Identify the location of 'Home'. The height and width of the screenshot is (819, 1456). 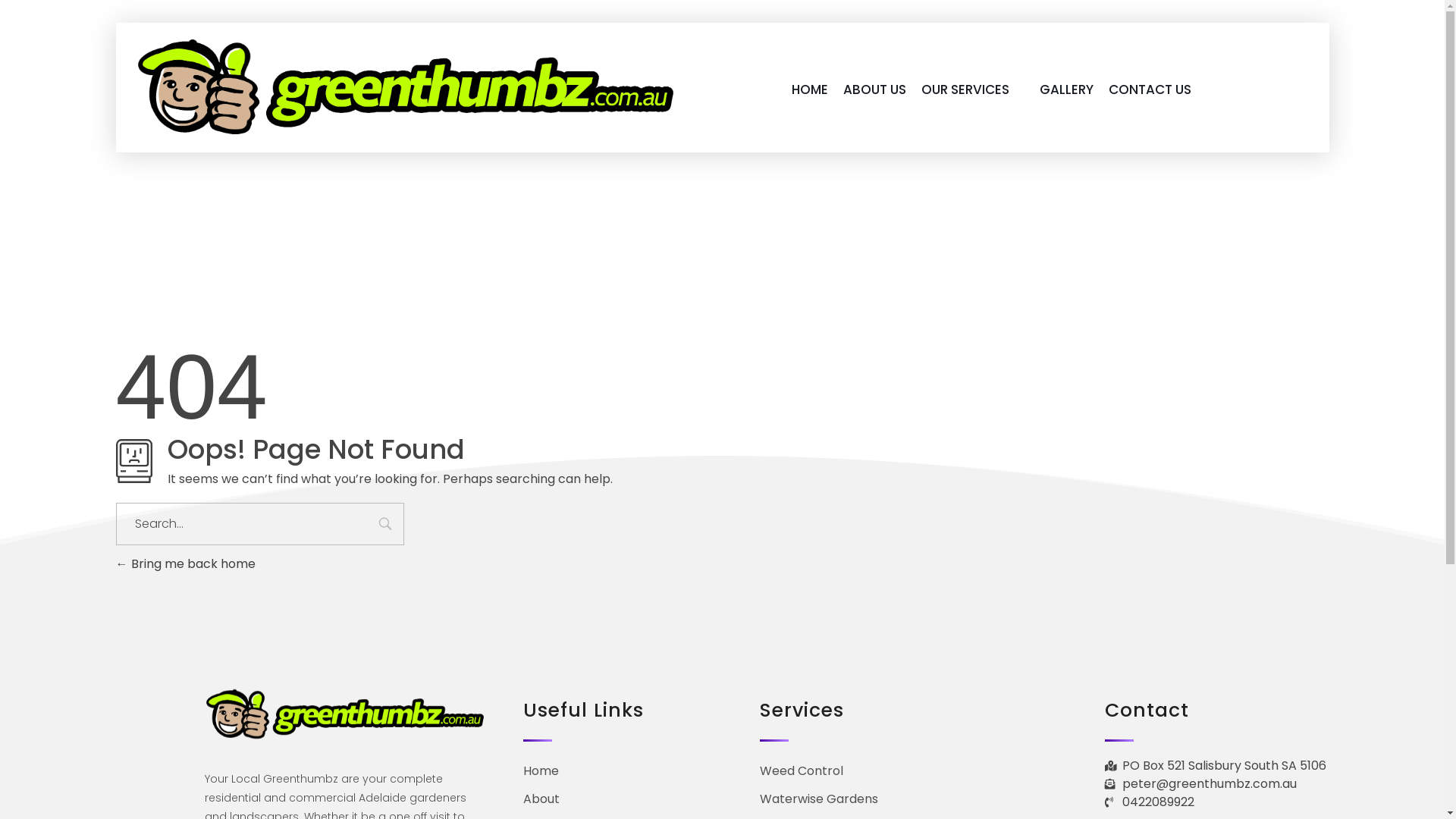
(541, 770).